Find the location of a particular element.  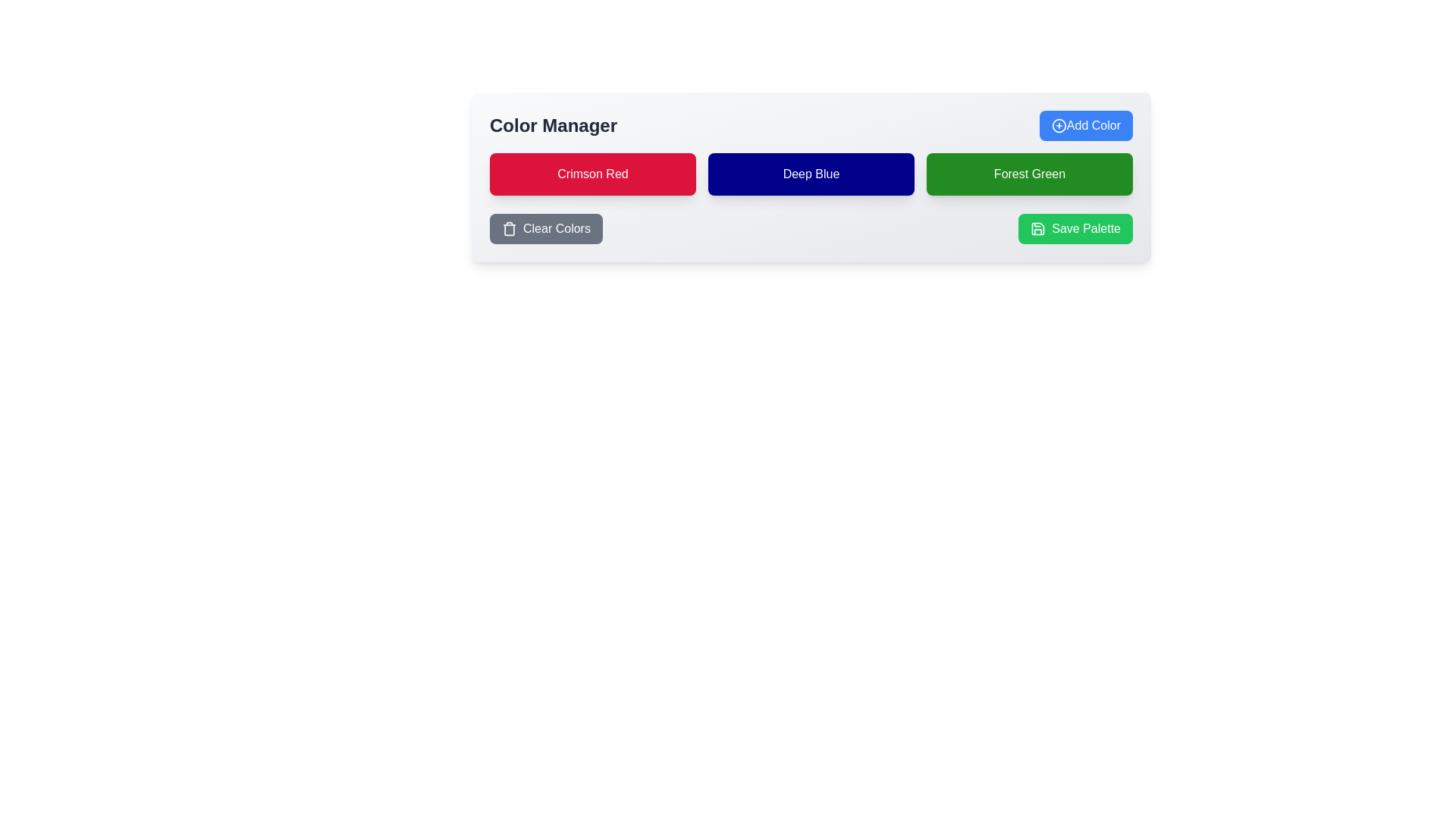

the SVG save icon located on the green 'Save Palette' button in the bottom-right corner of the interface panel is located at coordinates (1037, 228).